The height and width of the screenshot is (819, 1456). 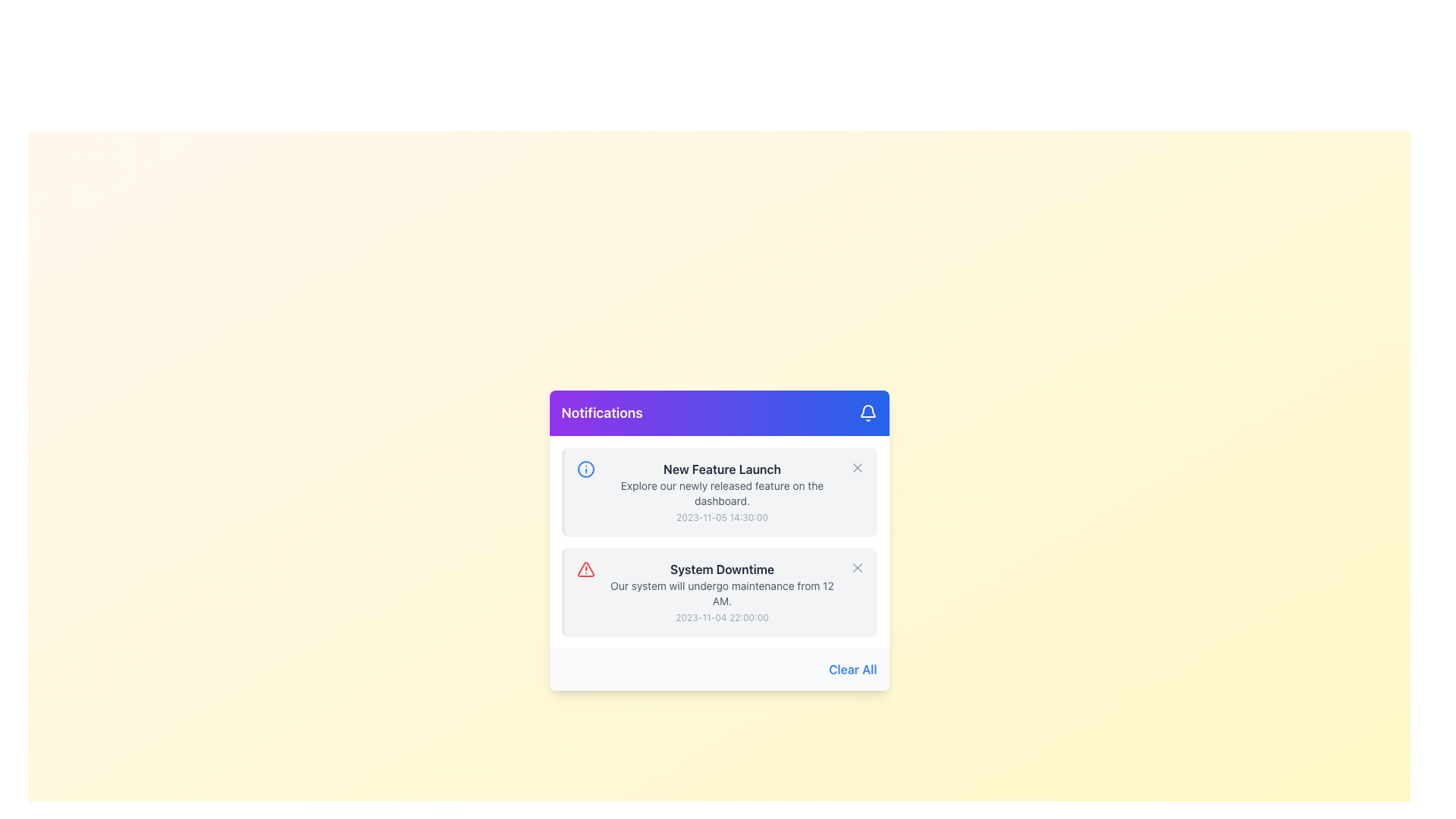 What do you see at coordinates (721, 468) in the screenshot?
I see `heading title text of the notification located at the top of the notification card in the notifications panel` at bounding box center [721, 468].